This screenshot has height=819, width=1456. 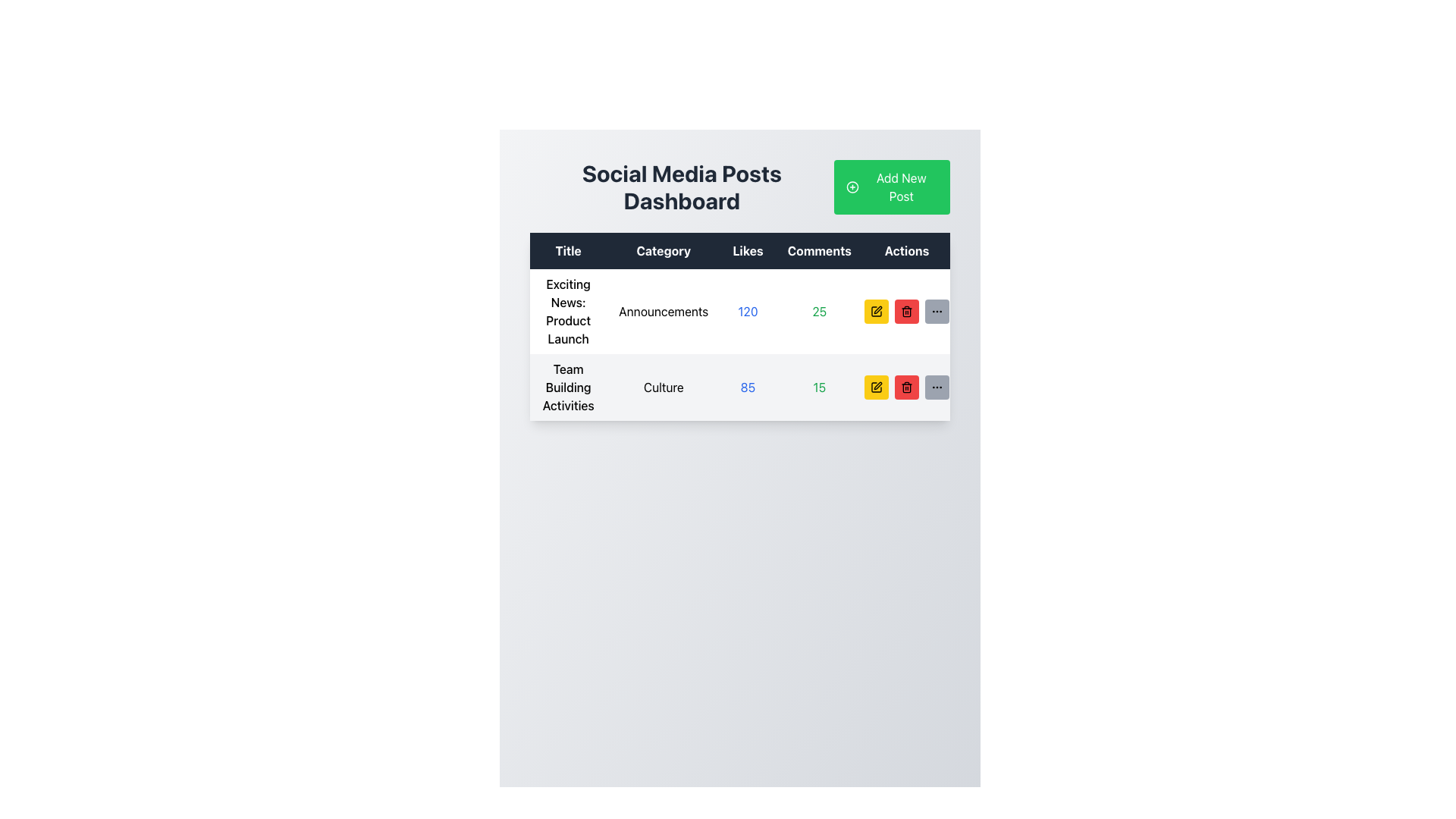 What do you see at coordinates (877, 386) in the screenshot?
I see `the yellow button with a black pen icon located in the 'Actions' column of the second row to initiate the edit function` at bounding box center [877, 386].